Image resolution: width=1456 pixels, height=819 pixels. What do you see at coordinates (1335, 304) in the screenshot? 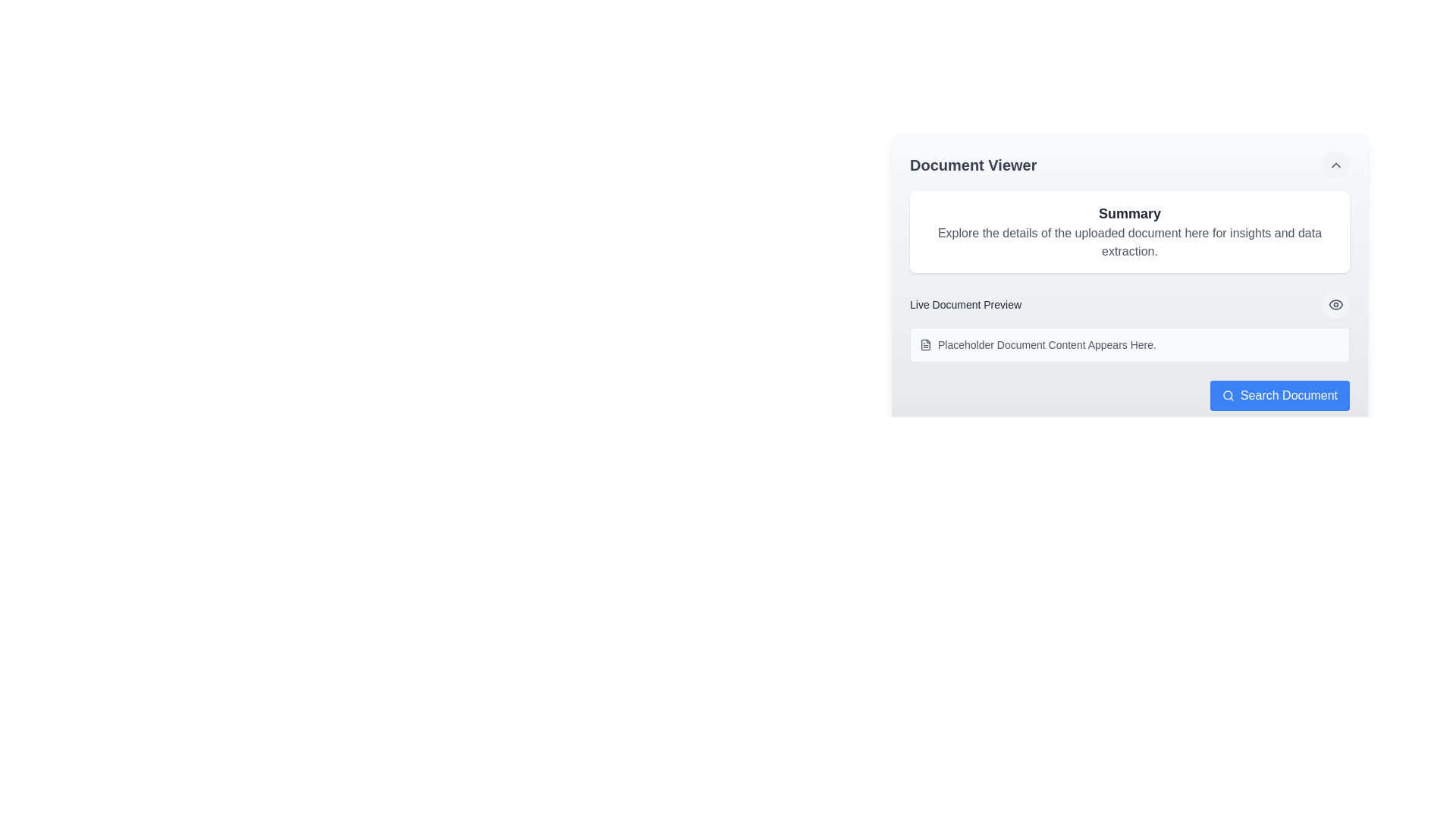
I see `the eye-shaped icon located at the top-right corner of the document viewer interface to trigger its hover effects` at bounding box center [1335, 304].